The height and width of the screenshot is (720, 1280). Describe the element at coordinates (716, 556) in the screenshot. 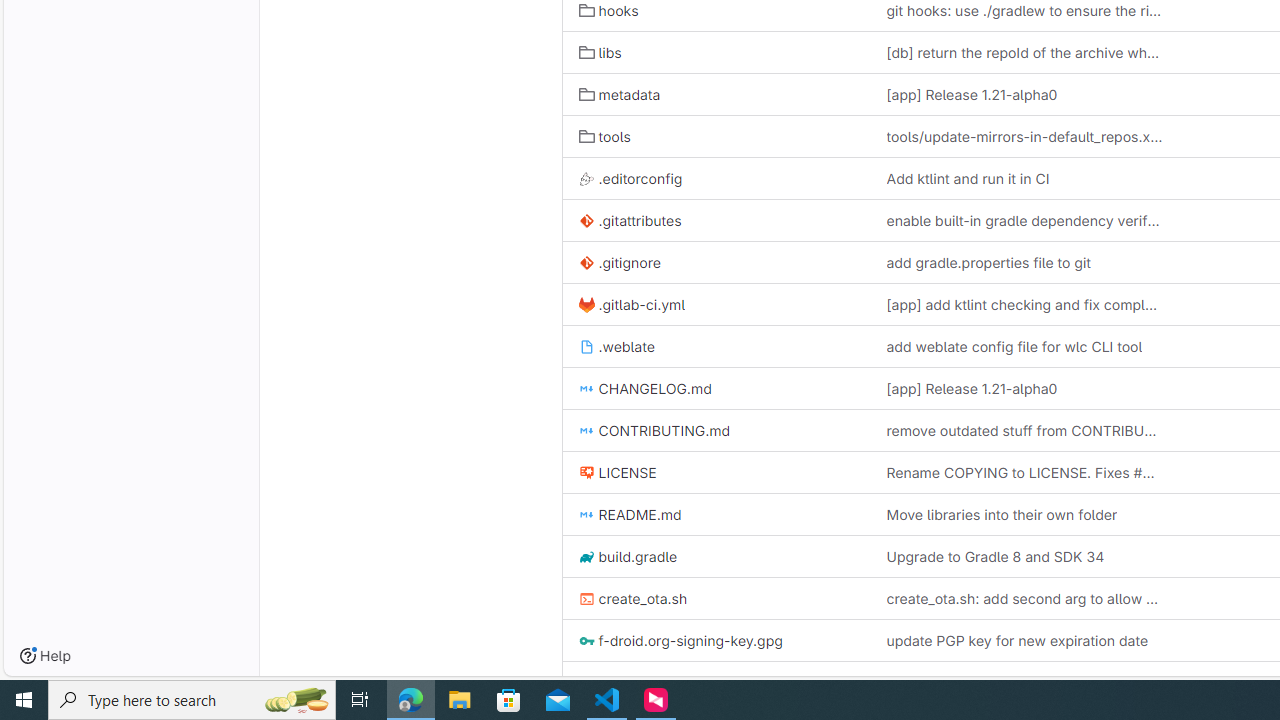

I see `'build.gradle'` at that location.